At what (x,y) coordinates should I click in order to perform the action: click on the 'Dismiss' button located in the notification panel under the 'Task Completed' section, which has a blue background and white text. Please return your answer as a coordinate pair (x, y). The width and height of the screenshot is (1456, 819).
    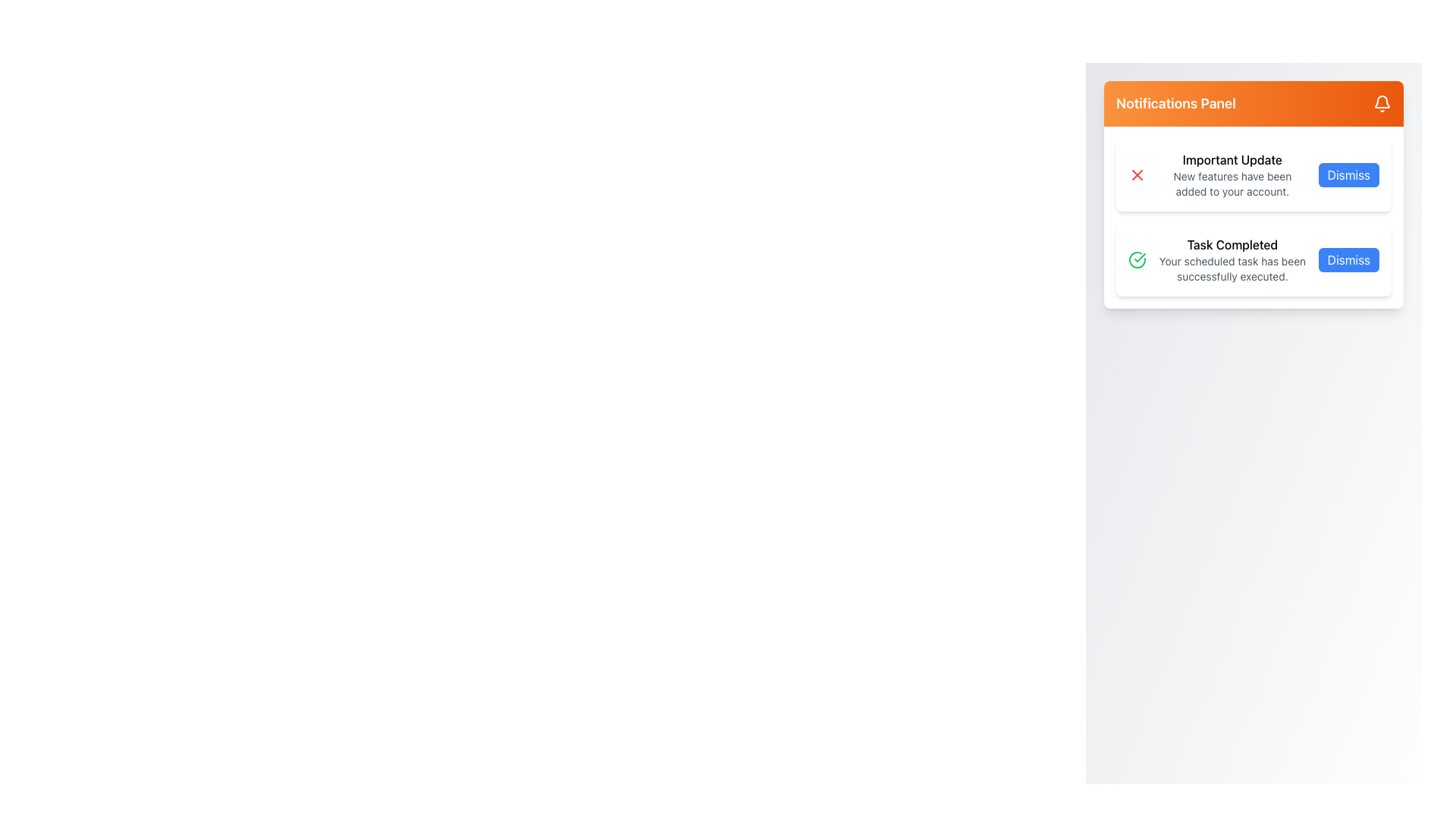
    Looking at the image, I should click on (1348, 259).